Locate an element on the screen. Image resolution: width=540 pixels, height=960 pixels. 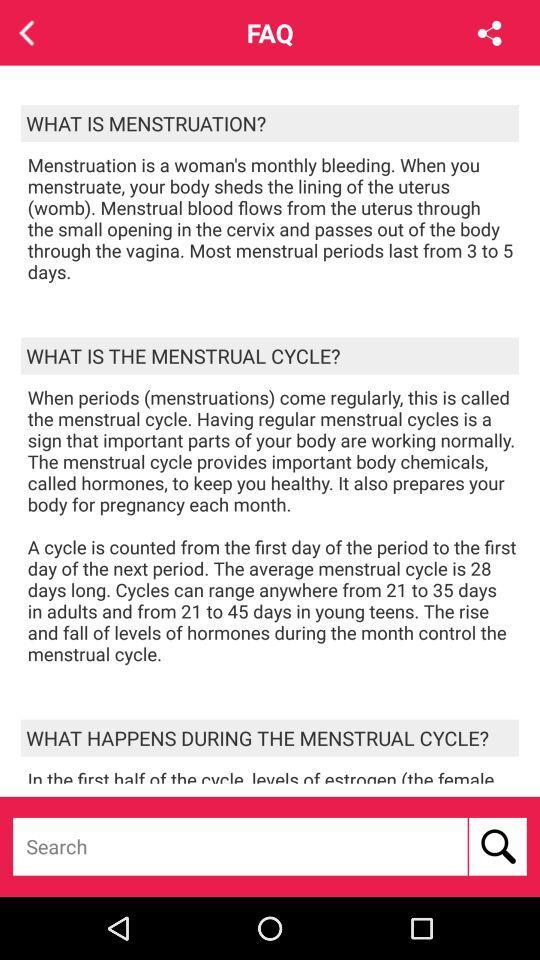
the icon below the when periods menstruations is located at coordinates (270, 737).